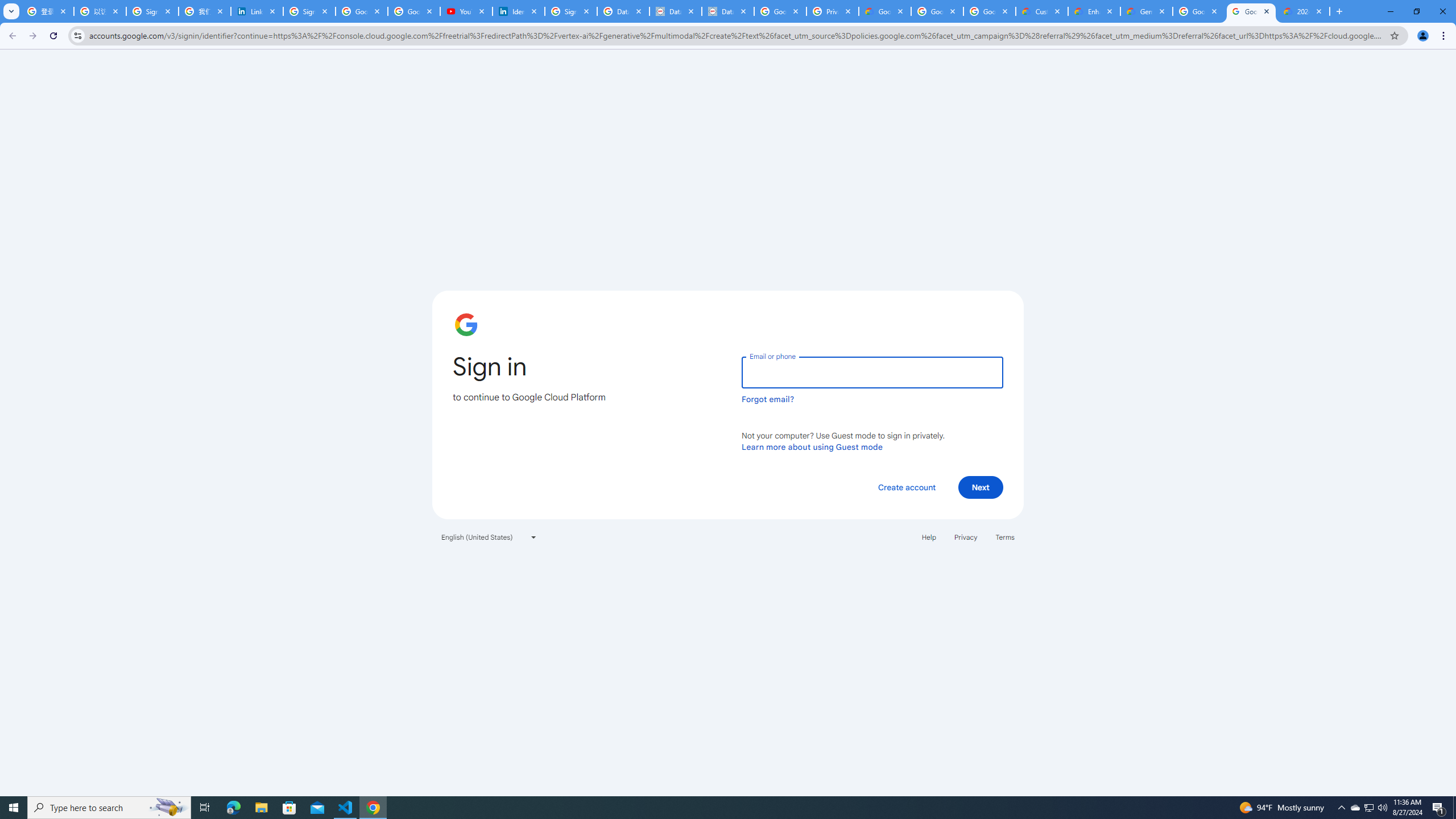  I want to click on 'Email or phone', so click(871, 372).